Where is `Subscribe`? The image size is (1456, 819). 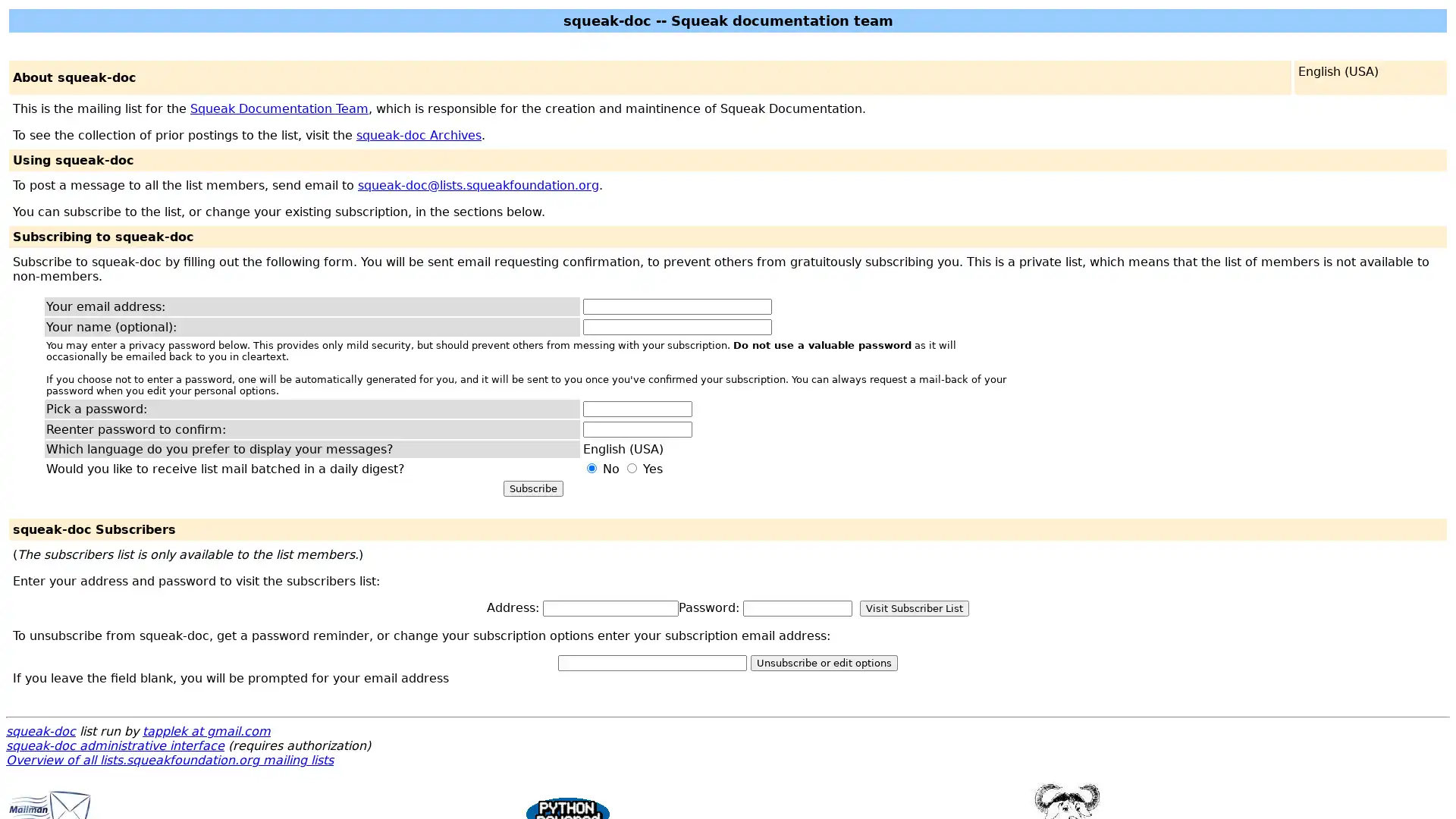
Subscribe is located at coordinates (532, 488).